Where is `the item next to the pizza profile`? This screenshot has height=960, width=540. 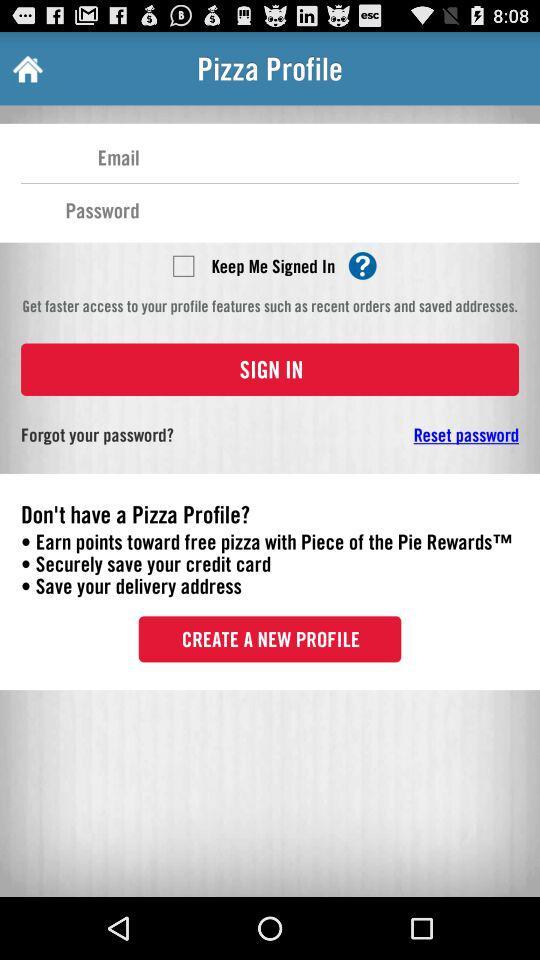
the item next to the pizza profile is located at coordinates (25, 68).